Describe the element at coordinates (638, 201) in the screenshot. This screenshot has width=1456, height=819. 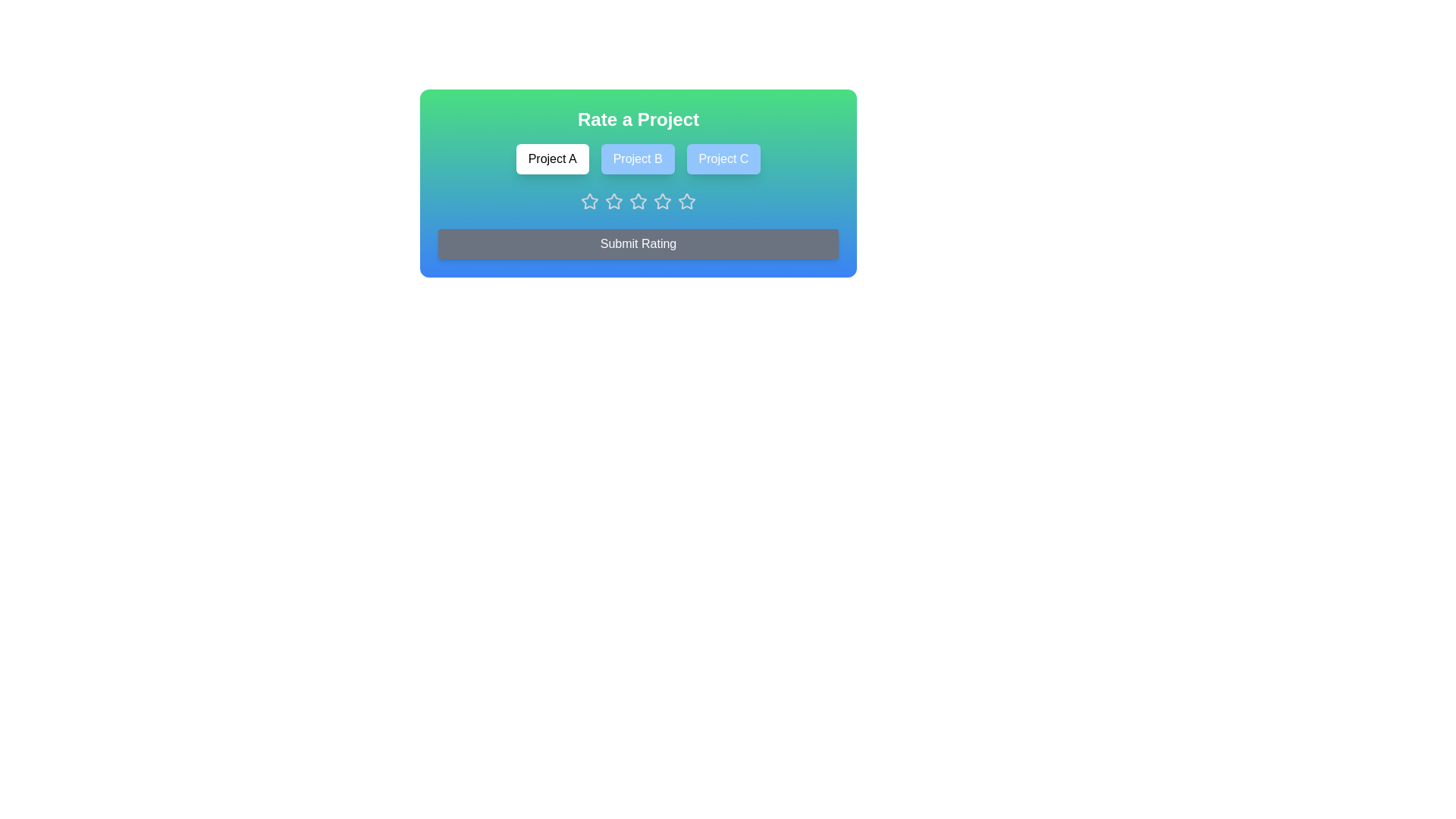
I see `the star corresponding to 3 to set the project rating` at that location.